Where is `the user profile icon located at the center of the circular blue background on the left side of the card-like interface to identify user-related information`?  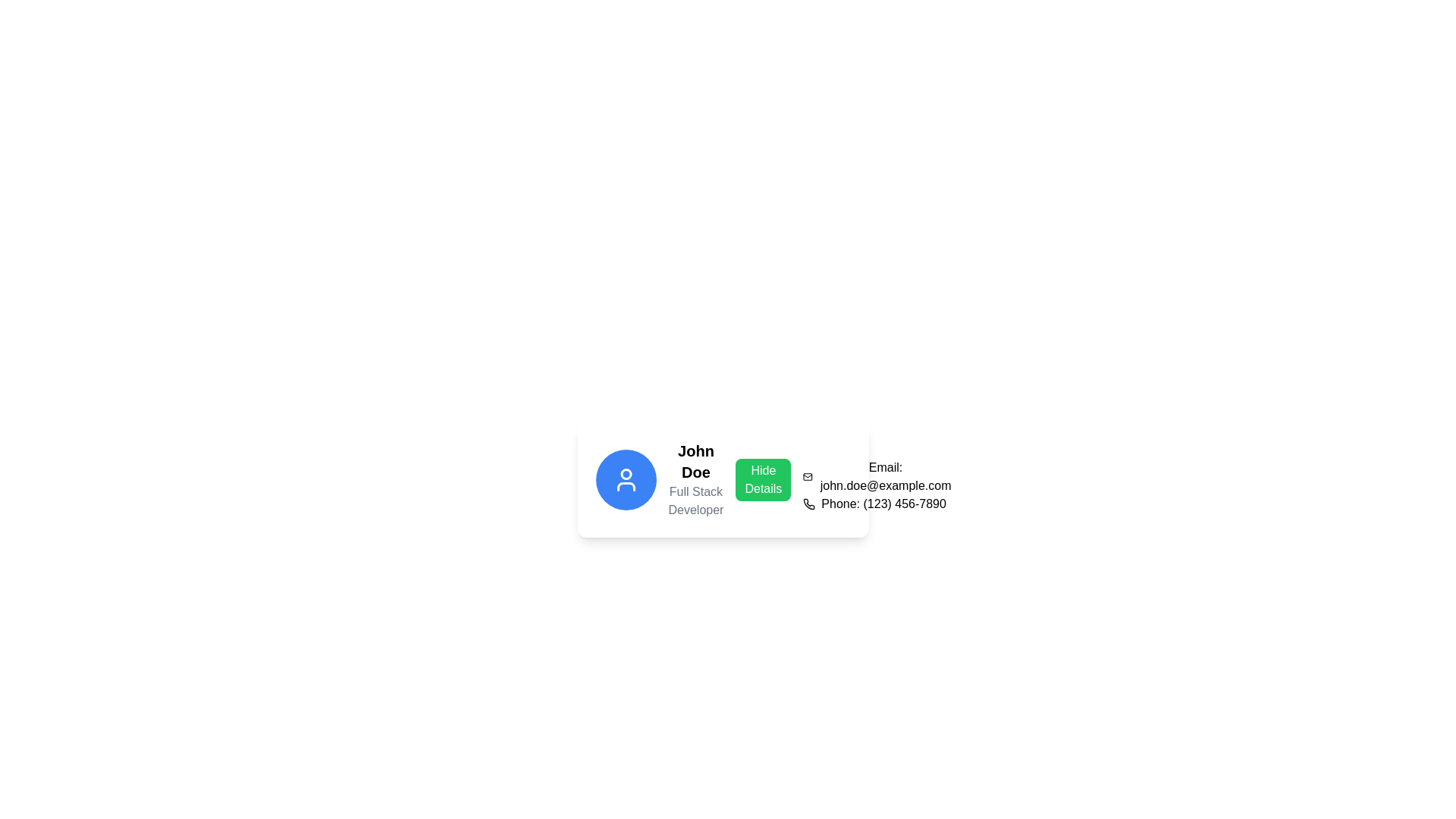
the user profile icon located at the center of the circular blue background on the left side of the card-like interface to identify user-related information is located at coordinates (626, 479).